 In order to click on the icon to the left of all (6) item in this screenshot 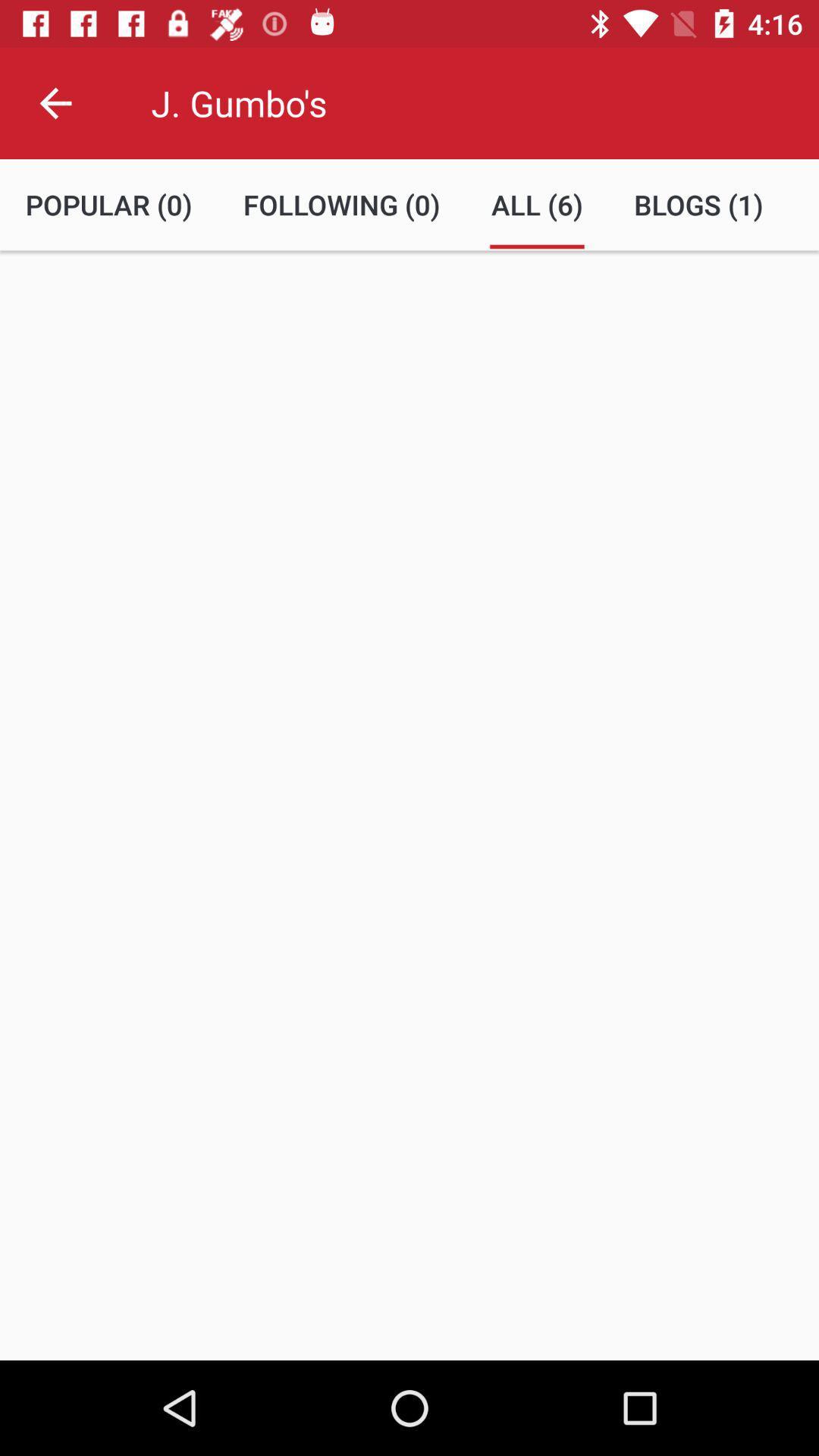, I will do `click(341, 204)`.